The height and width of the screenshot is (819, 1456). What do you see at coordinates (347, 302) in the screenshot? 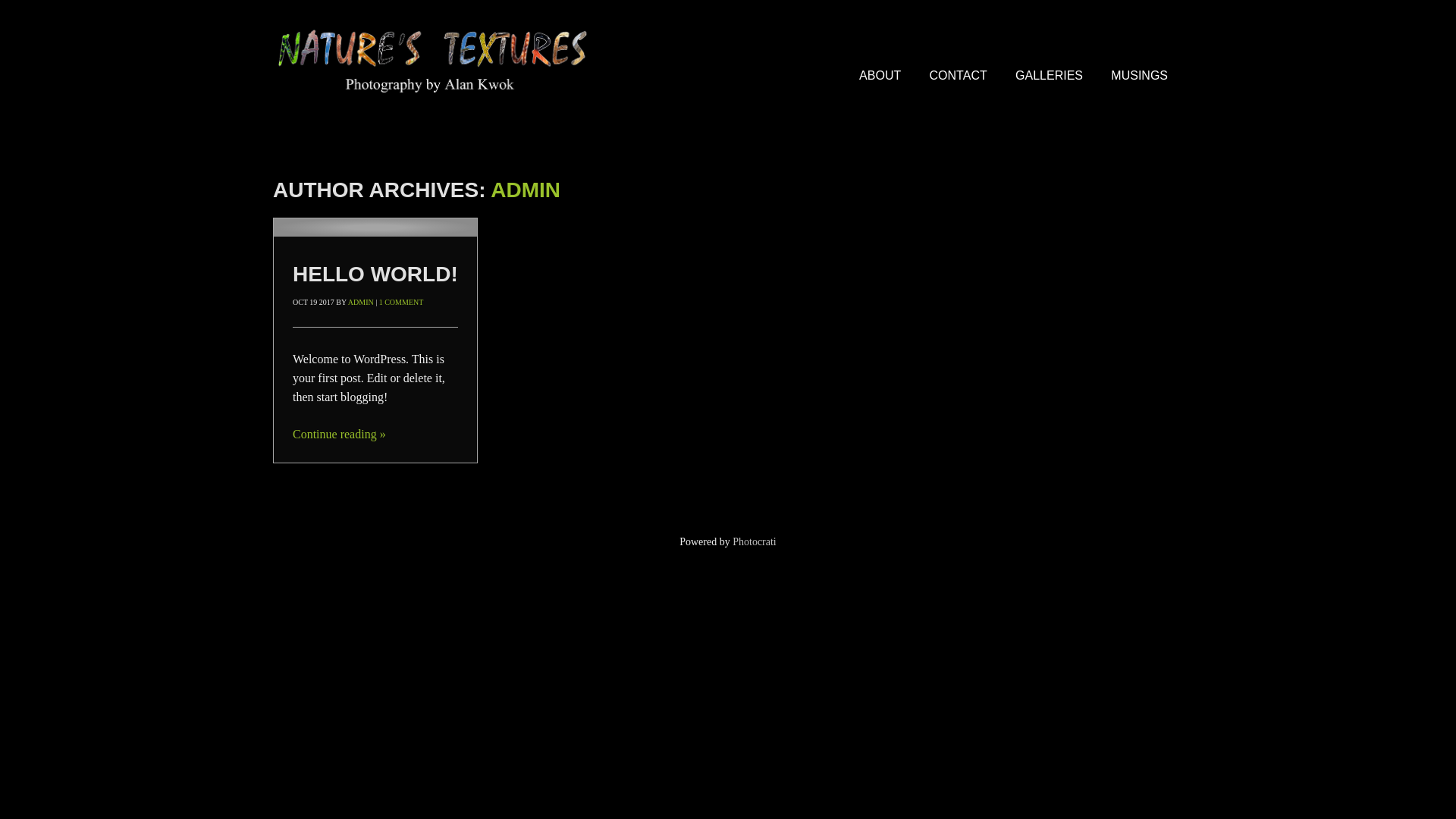
I see `'ADMIN'` at bounding box center [347, 302].